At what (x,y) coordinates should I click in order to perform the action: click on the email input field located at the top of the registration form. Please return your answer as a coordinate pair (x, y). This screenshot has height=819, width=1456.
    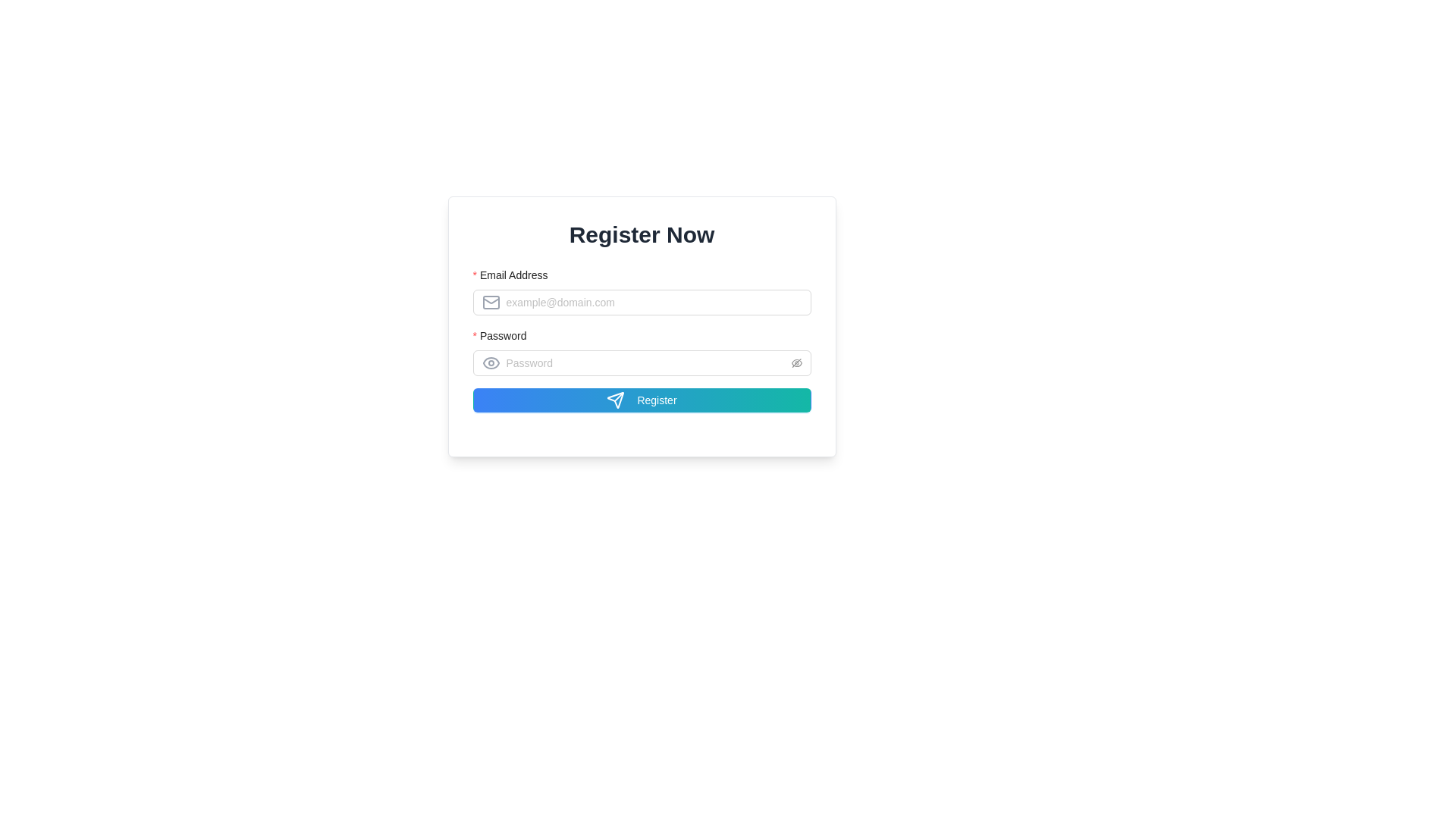
    Looking at the image, I should click on (642, 291).